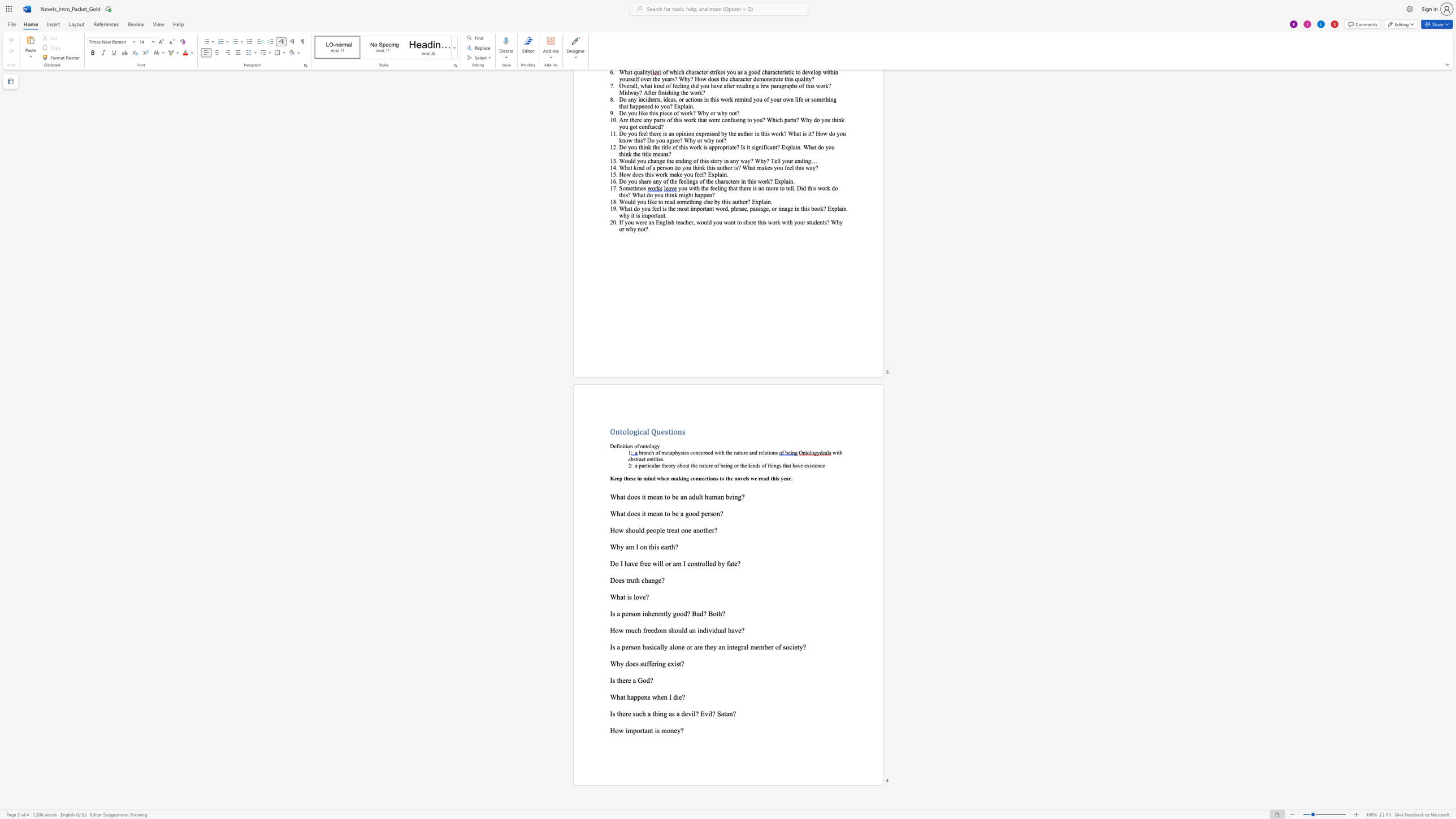  I want to click on the 2th character "n" in the text, so click(671, 730).